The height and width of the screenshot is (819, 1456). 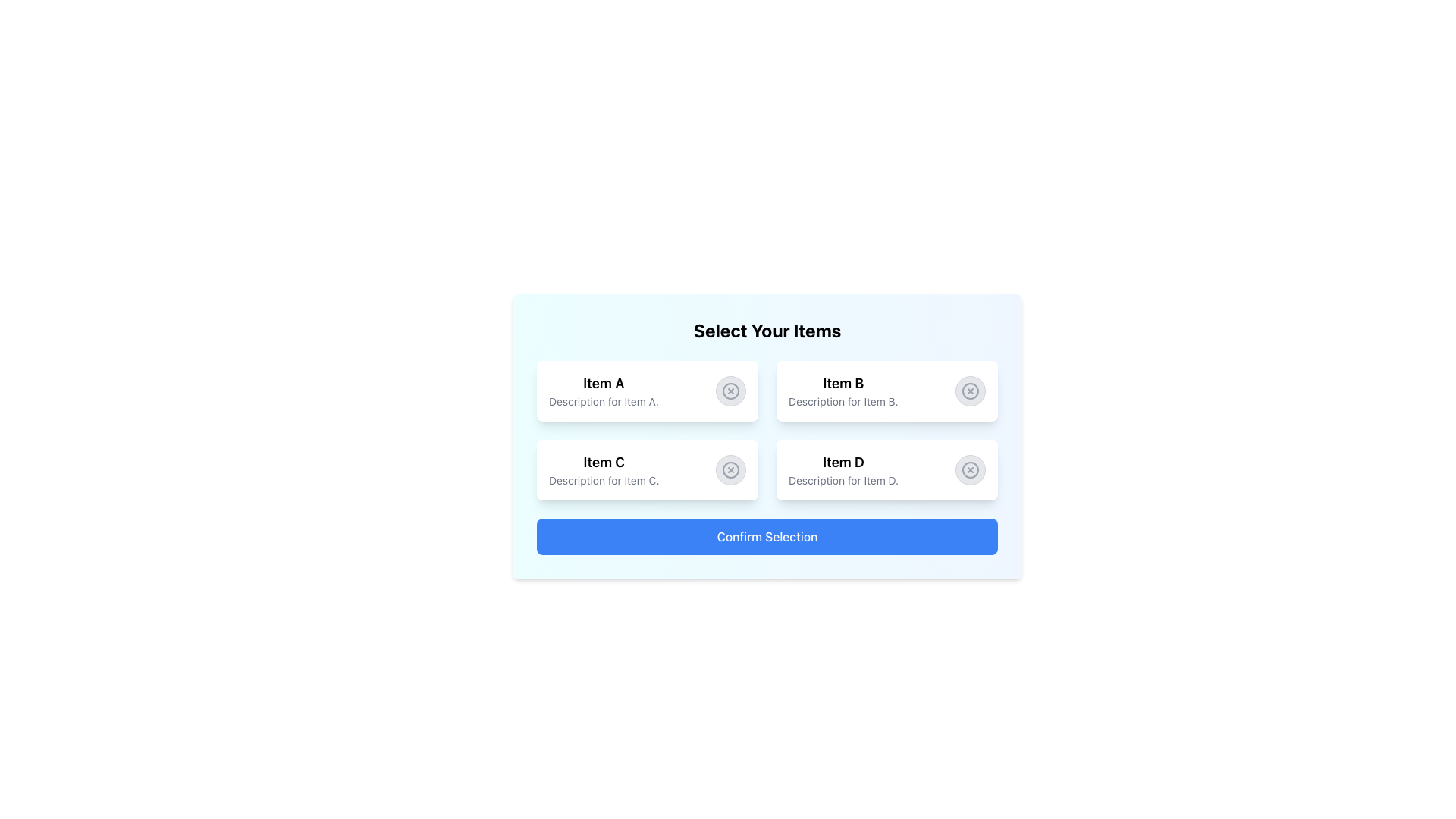 What do you see at coordinates (971, 469) in the screenshot?
I see `the inner circle of the 'Item D' icon located in the lower-right section of the layout` at bounding box center [971, 469].